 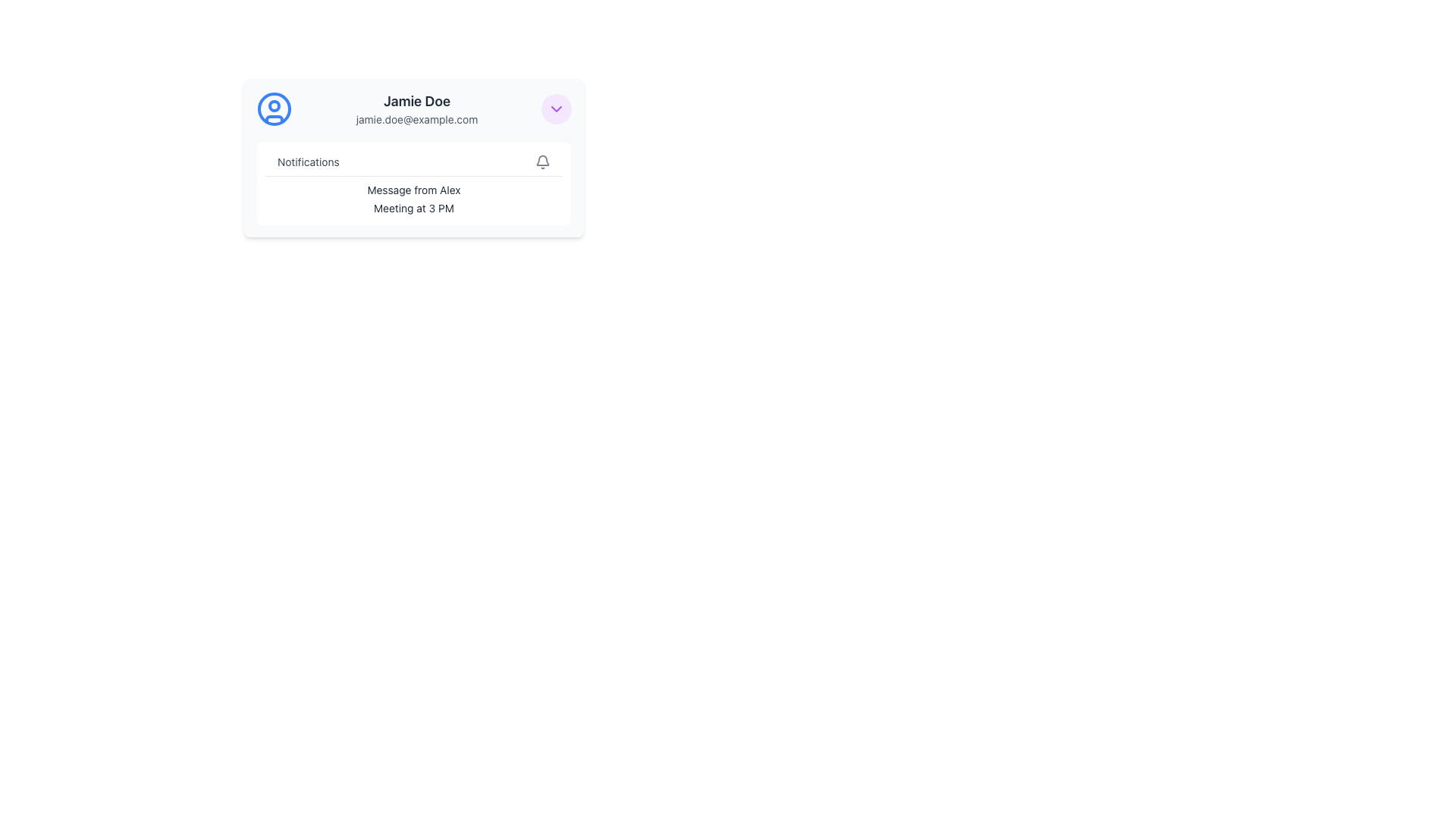 I want to click on the notifications section of the composite informational card displaying user information, which is located in the upper left quadrant of the interface, so click(x=414, y=158).